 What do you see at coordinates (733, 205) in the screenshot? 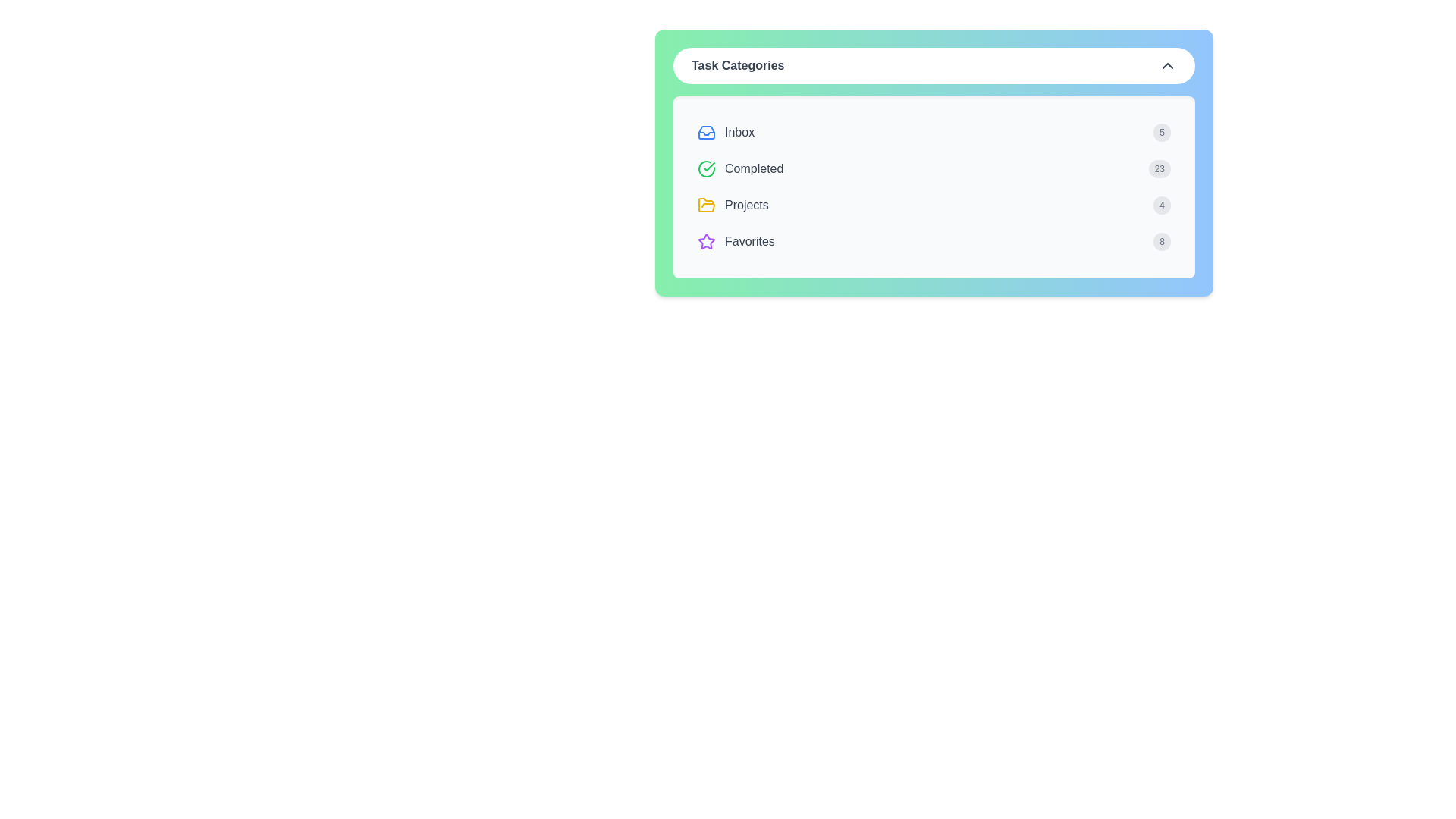
I see `the labeled icon button representing an open yellow folder with the text 'Projects'` at bounding box center [733, 205].